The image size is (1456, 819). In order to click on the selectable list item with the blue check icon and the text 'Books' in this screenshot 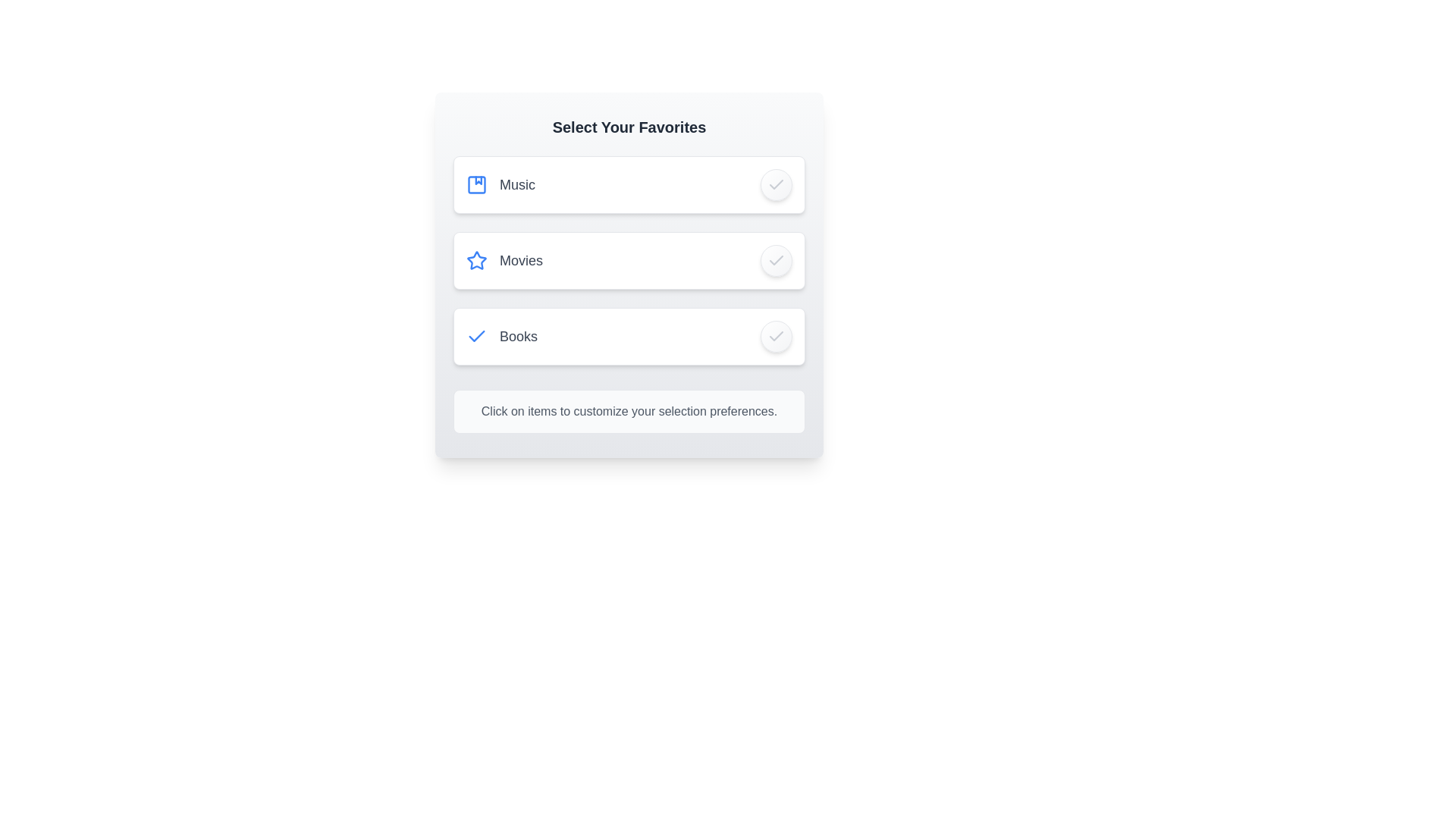, I will do `click(502, 335)`.